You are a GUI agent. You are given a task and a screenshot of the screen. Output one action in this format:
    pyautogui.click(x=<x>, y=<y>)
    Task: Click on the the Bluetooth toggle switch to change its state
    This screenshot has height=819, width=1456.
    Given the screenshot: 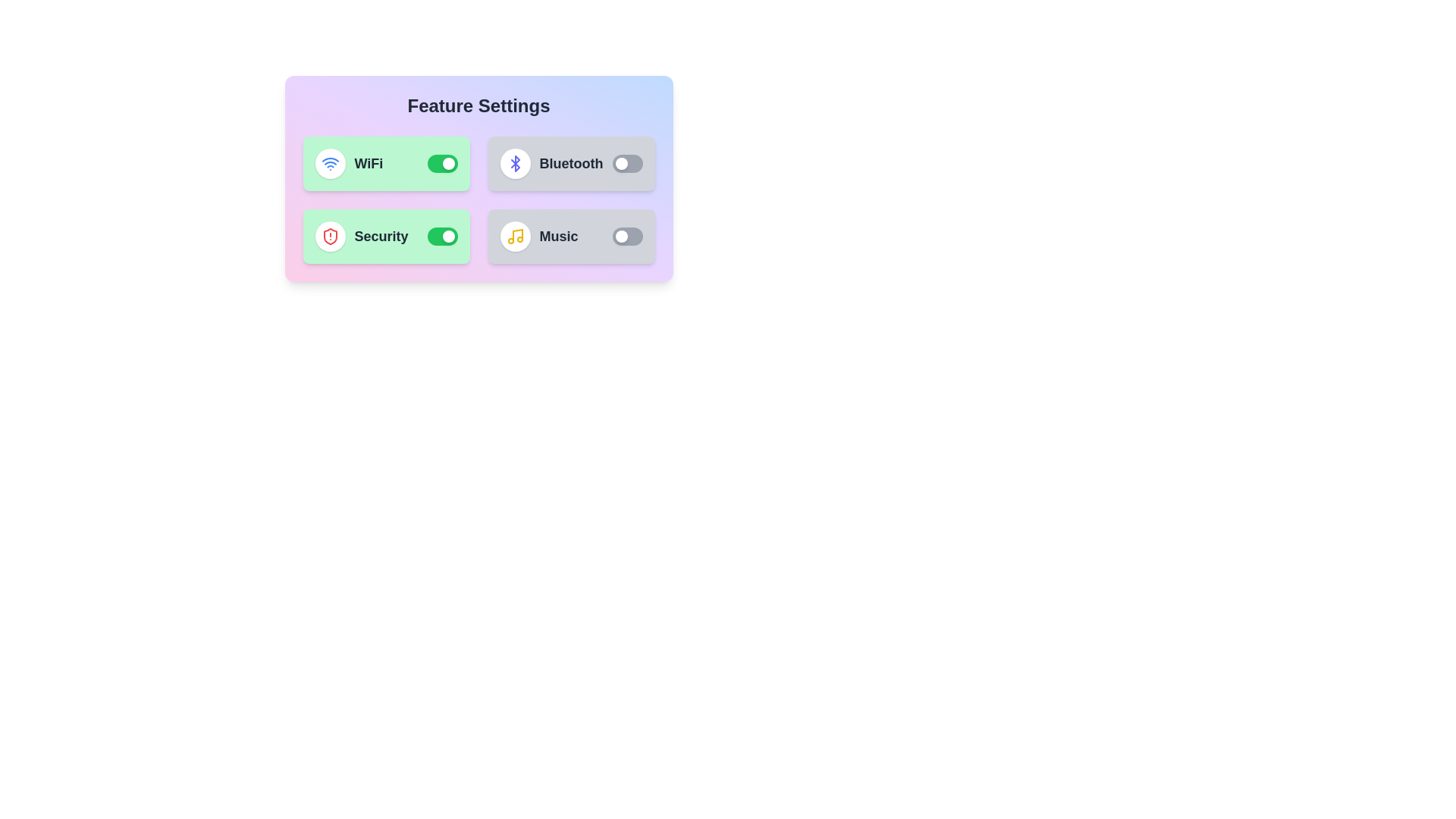 What is the action you would take?
    pyautogui.click(x=627, y=164)
    